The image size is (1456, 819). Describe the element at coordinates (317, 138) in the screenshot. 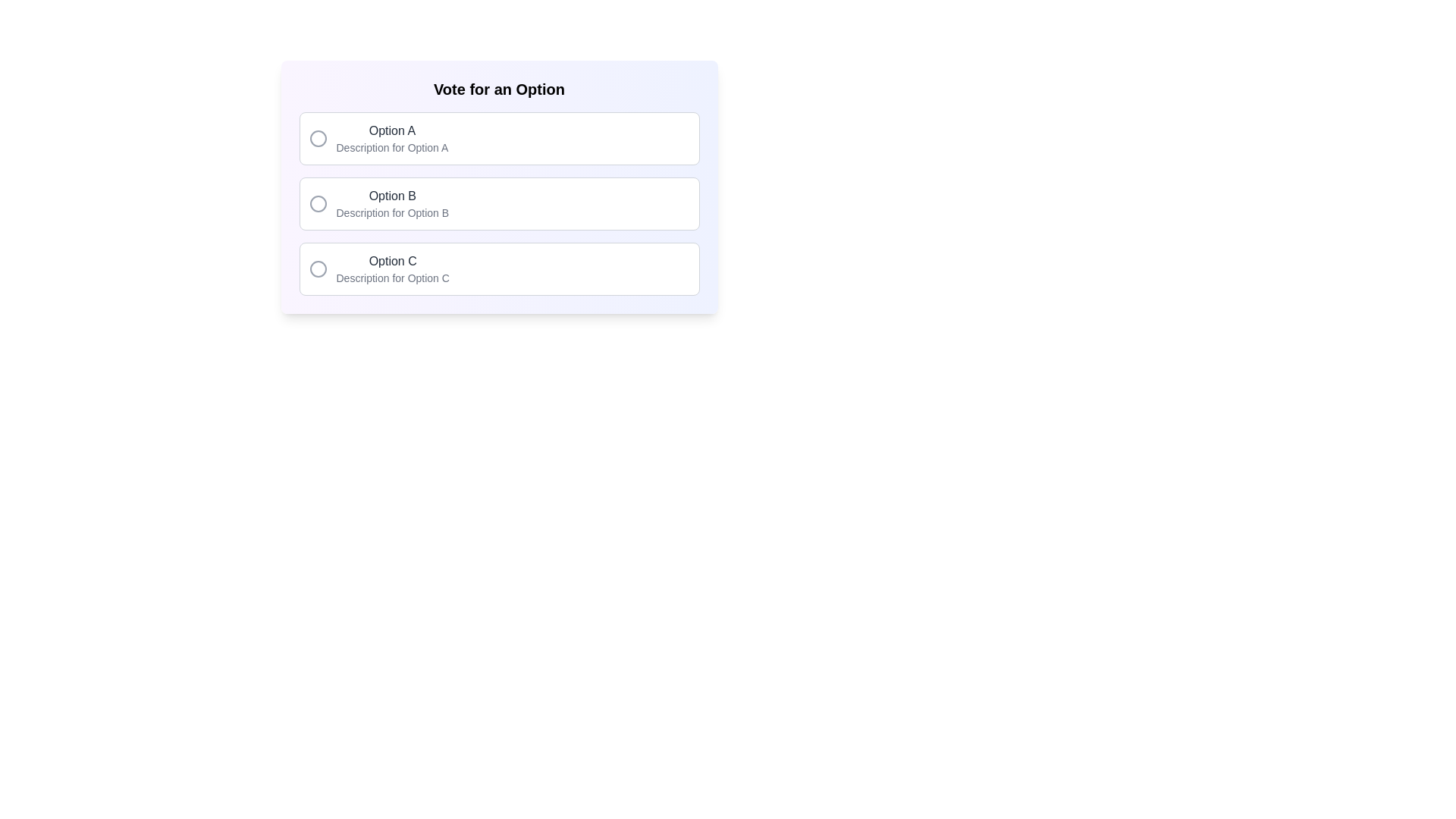

I see `the Circle graphic located at the beginning of the list item labeled 'Option A'` at that location.